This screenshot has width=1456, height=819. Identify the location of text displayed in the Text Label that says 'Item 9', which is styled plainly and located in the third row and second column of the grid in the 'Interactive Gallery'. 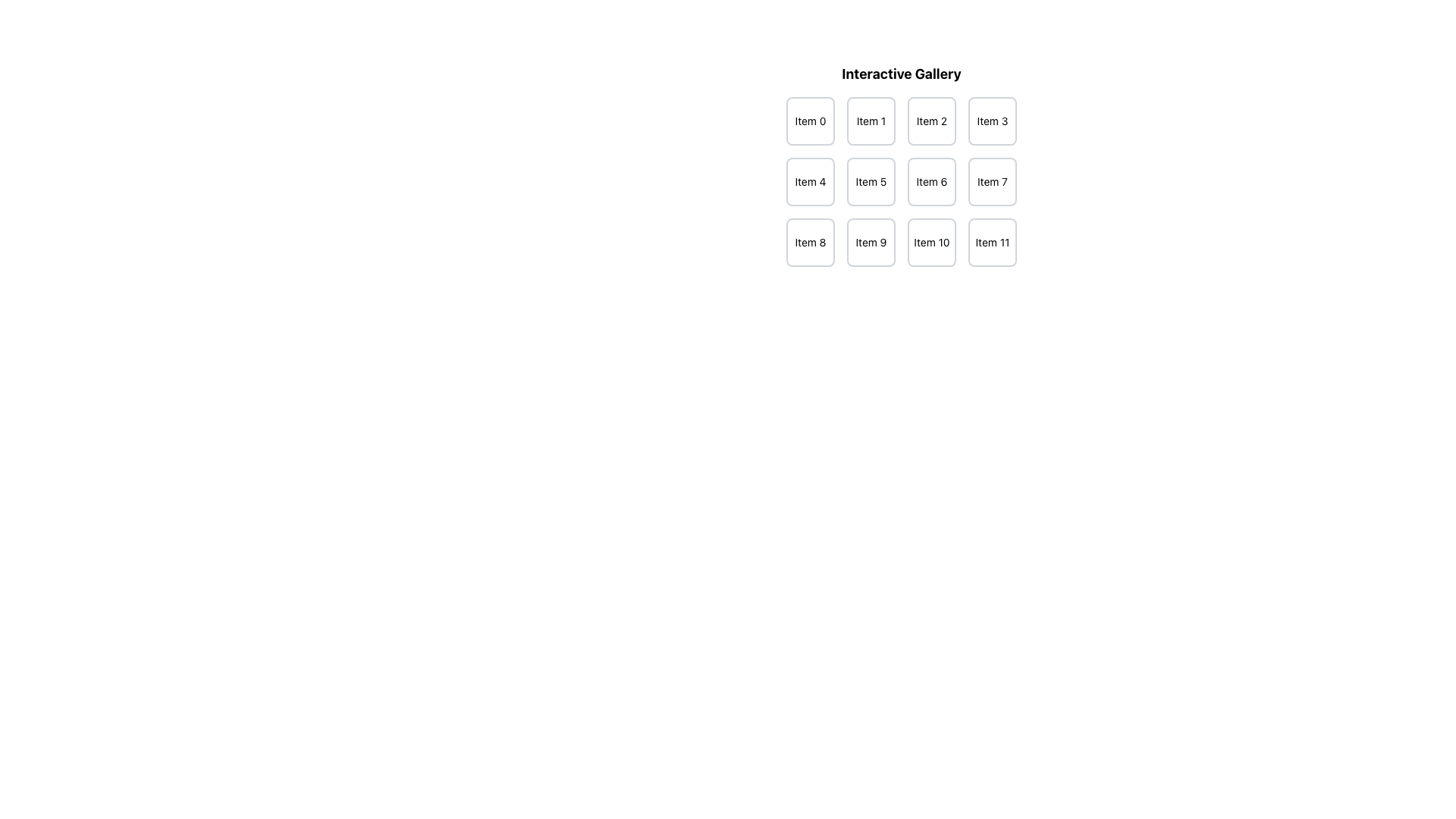
(871, 242).